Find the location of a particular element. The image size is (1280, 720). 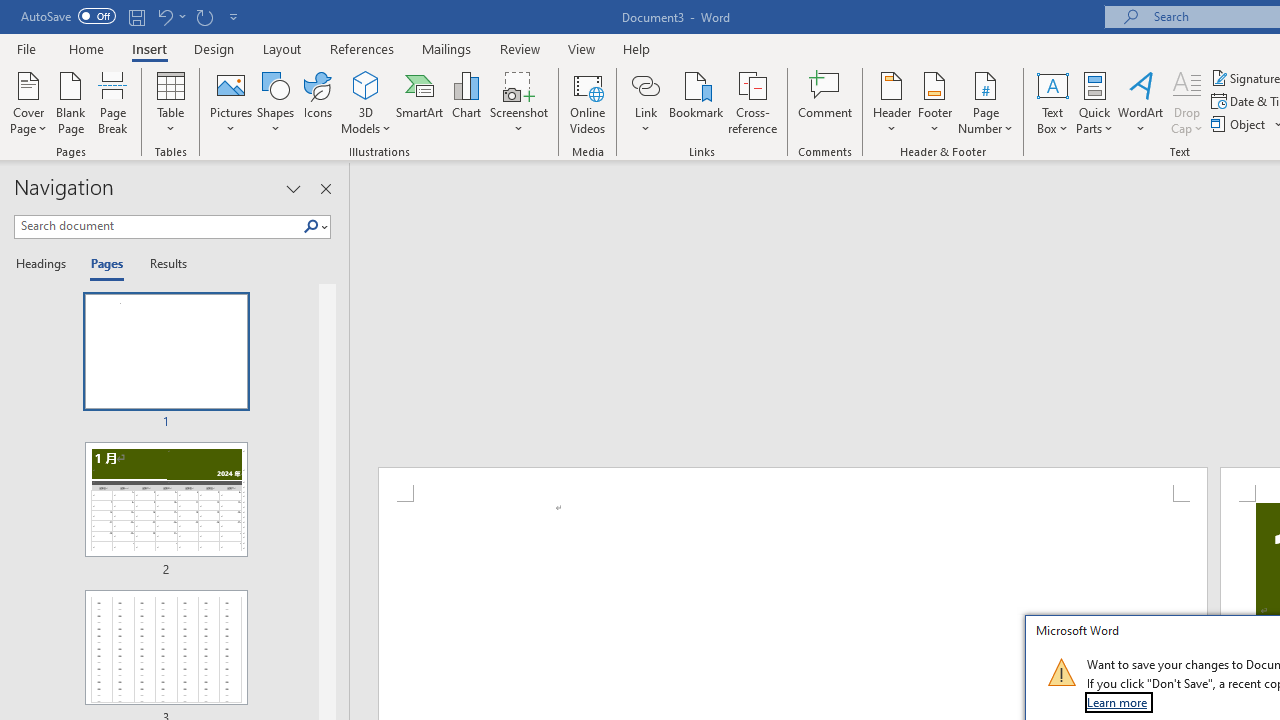

'Footer' is located at coordinates (934, 103).